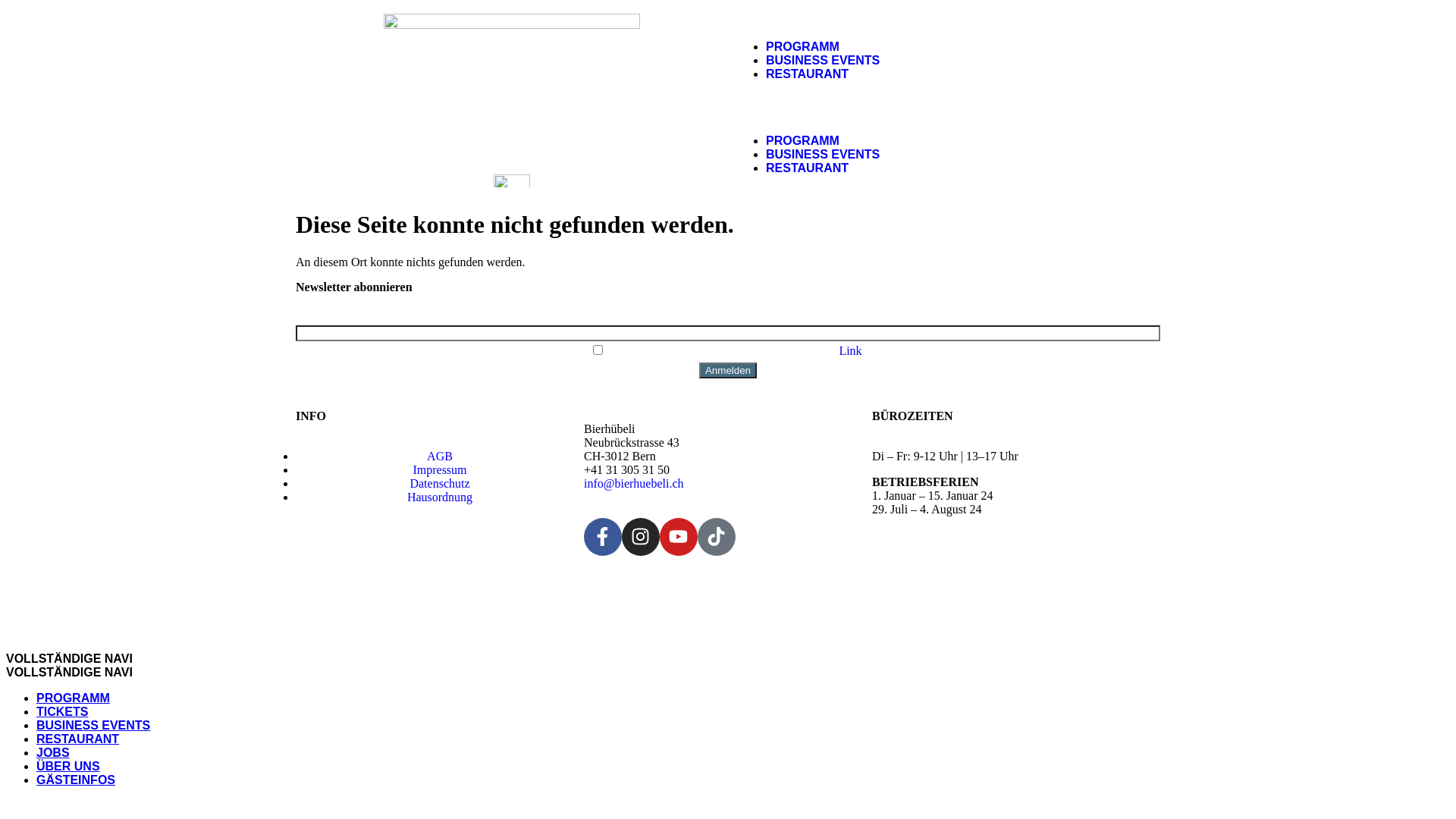 This screenshot has width=1456, height=819. I want to click on 'BUSINESS EVENTS', so click(821, 58).